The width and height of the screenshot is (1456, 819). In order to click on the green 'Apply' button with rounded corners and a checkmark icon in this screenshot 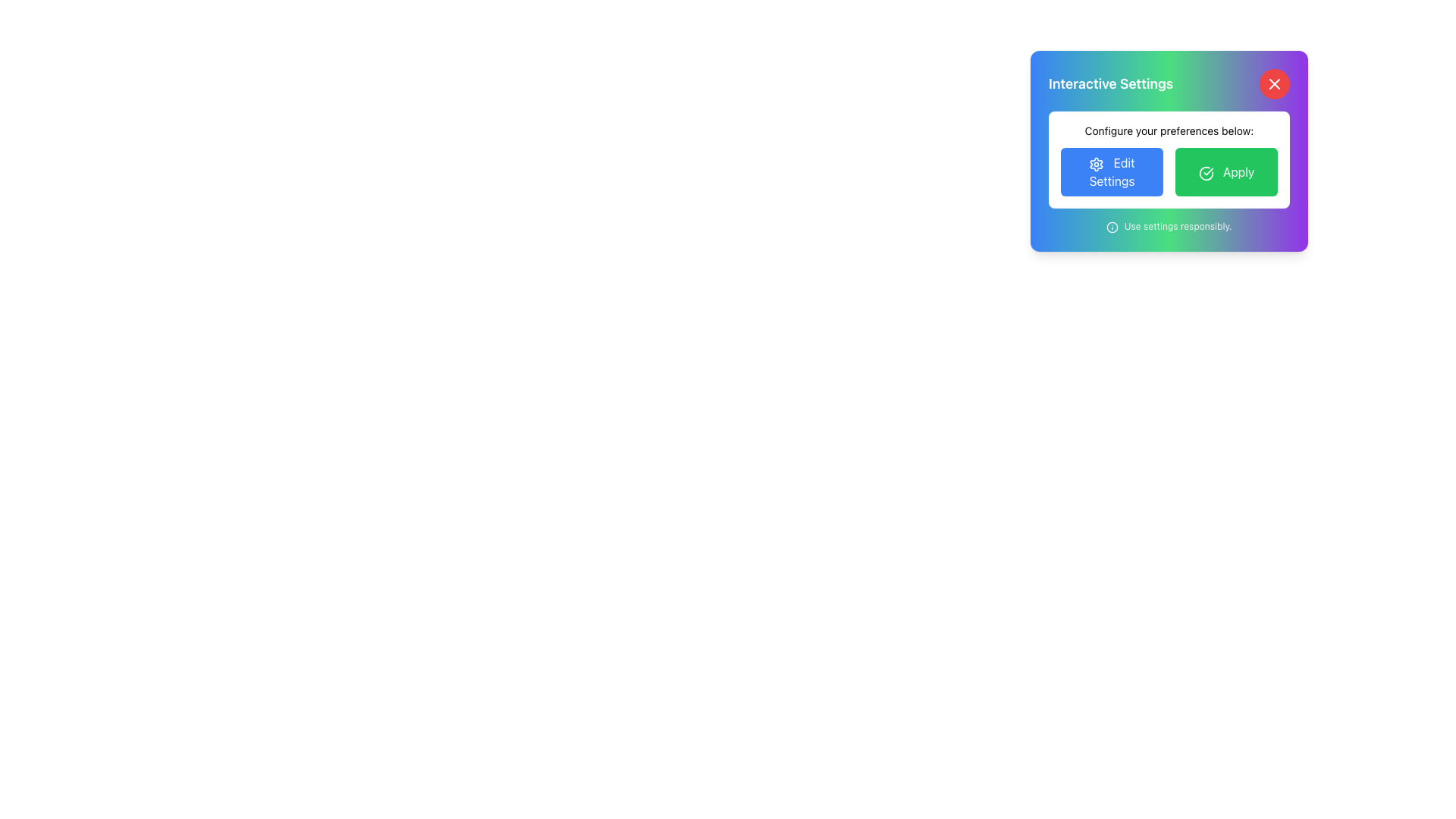, I will do `click(1226, 171)`.